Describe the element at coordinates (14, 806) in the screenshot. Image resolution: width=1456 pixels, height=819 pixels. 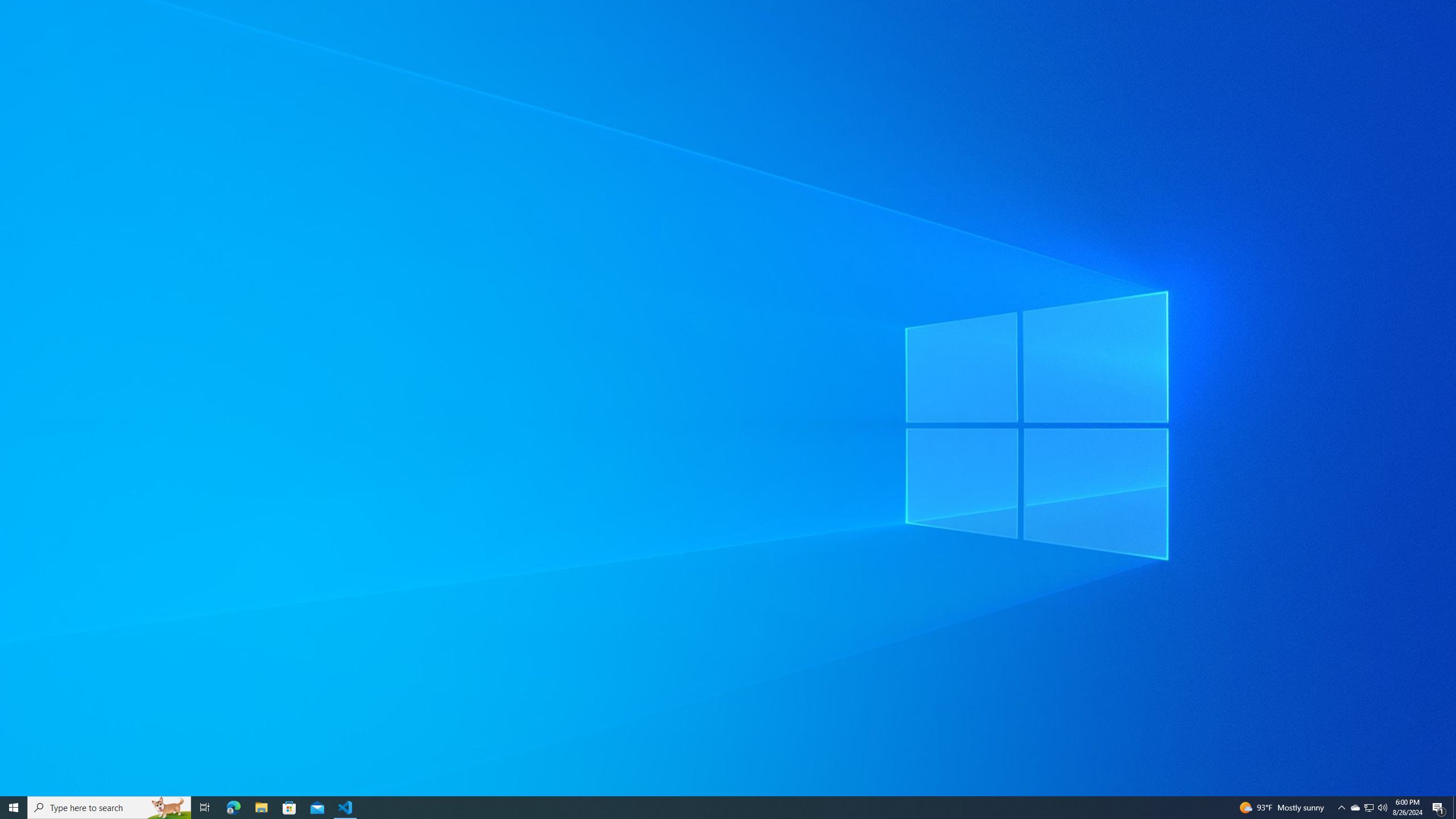
I see `'Start'` at that location.